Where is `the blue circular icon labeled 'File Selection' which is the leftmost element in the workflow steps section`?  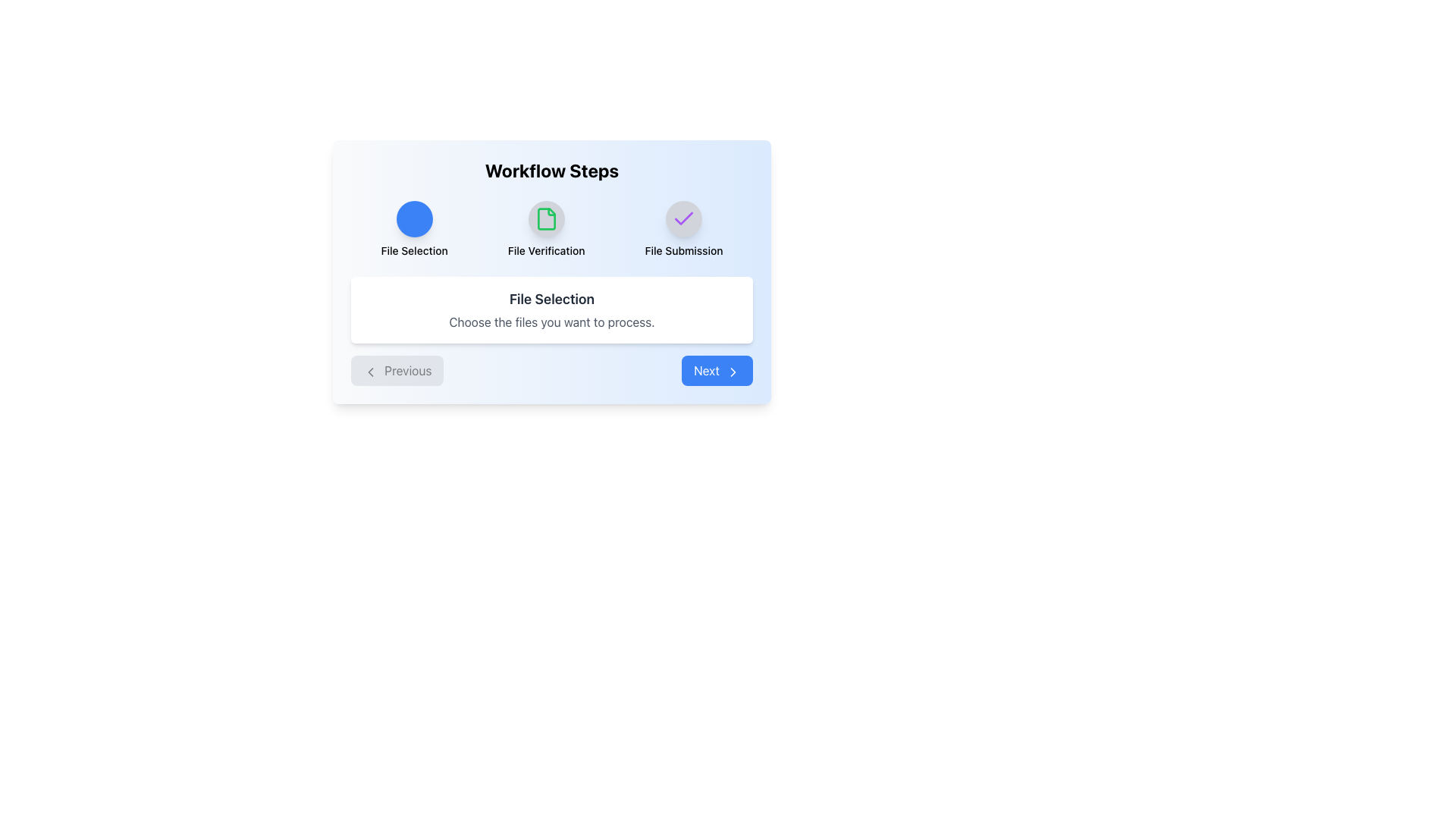 the blue circular icon labeled 'File Selection' which is the leftmost element in the workflow steps section is located at coordinates (414, 230).